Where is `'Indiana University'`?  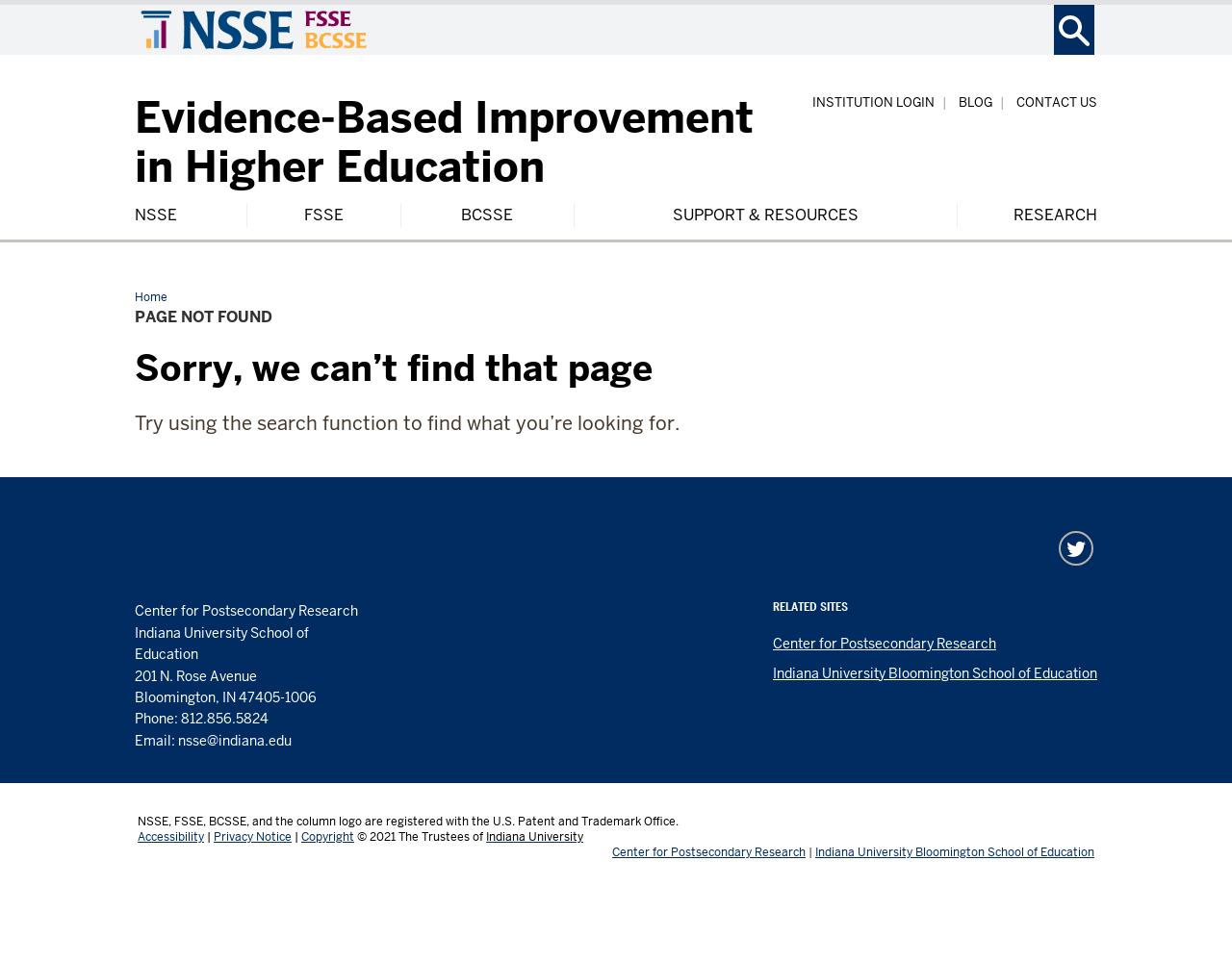
'Indiana University' is located at coordinates (534, 836).